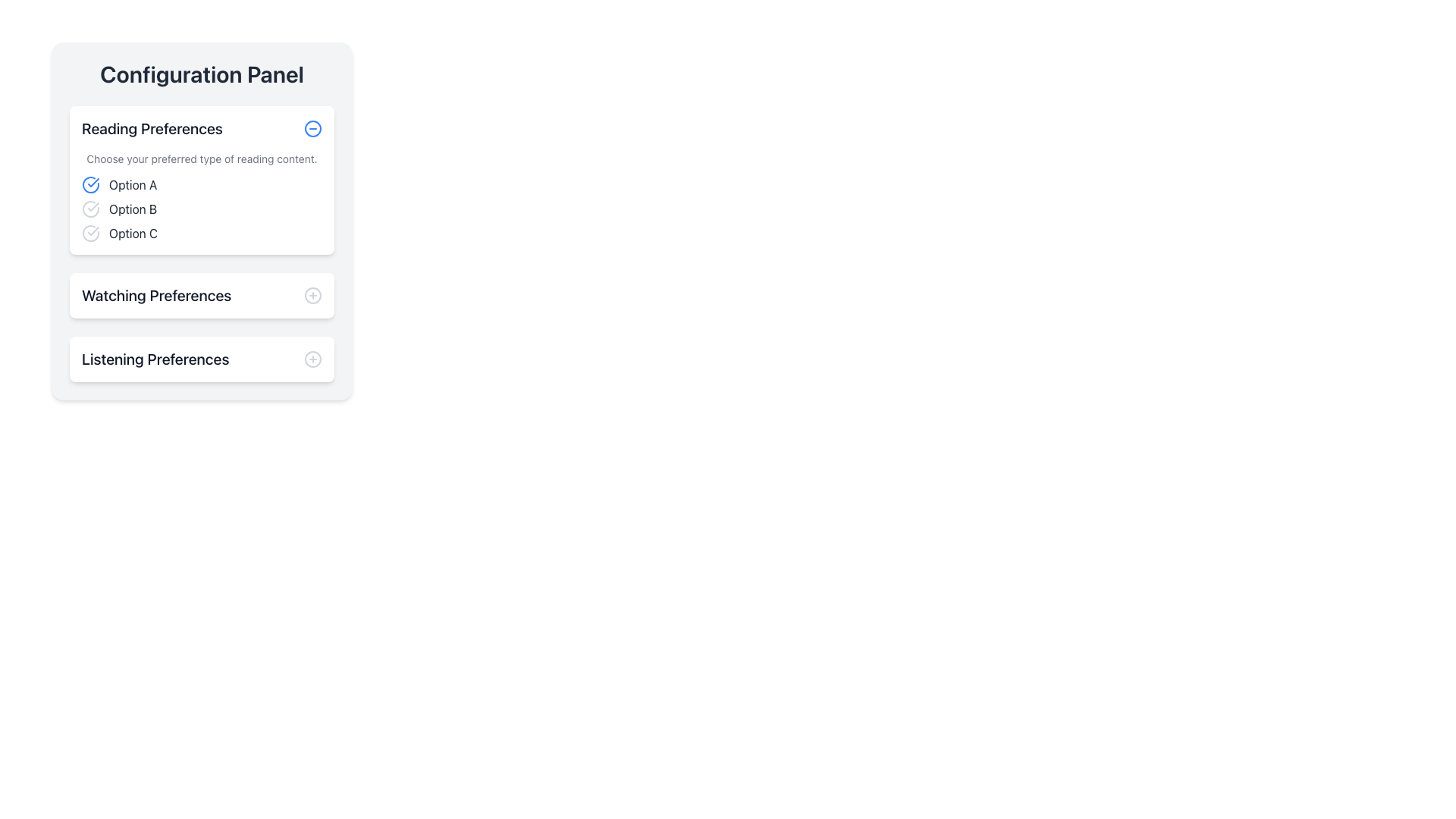  What do you see at coordinates (201, 180) in the screenshot?
I see `the first card in the 'Reading Preferences' section` at bounding box center [201, 180].